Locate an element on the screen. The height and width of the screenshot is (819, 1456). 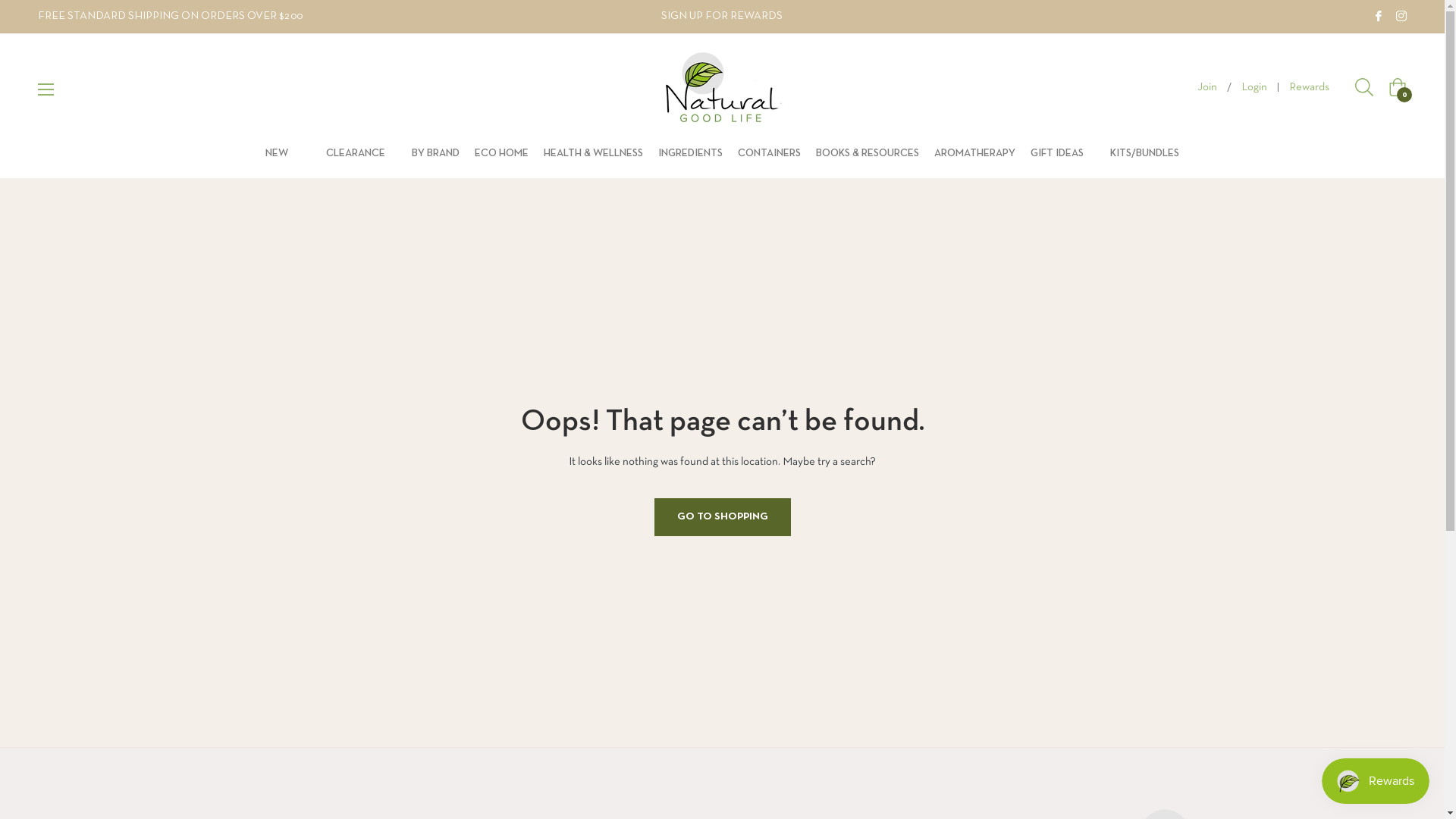
'CLEARANCE' is located at coordinates (355, 153).